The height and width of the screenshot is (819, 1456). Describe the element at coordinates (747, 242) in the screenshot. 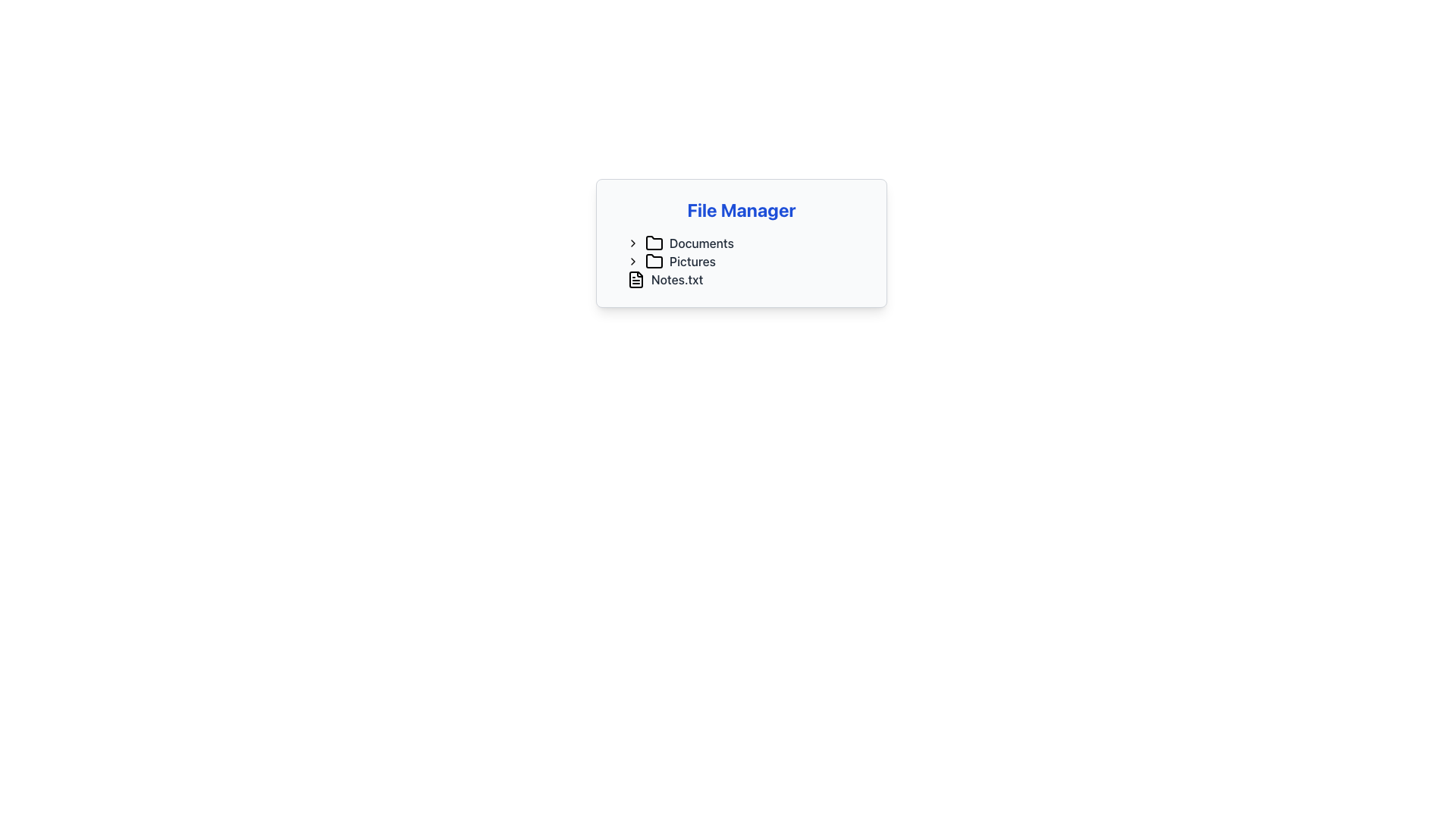

I see `the 'Documents' folder` at that location.